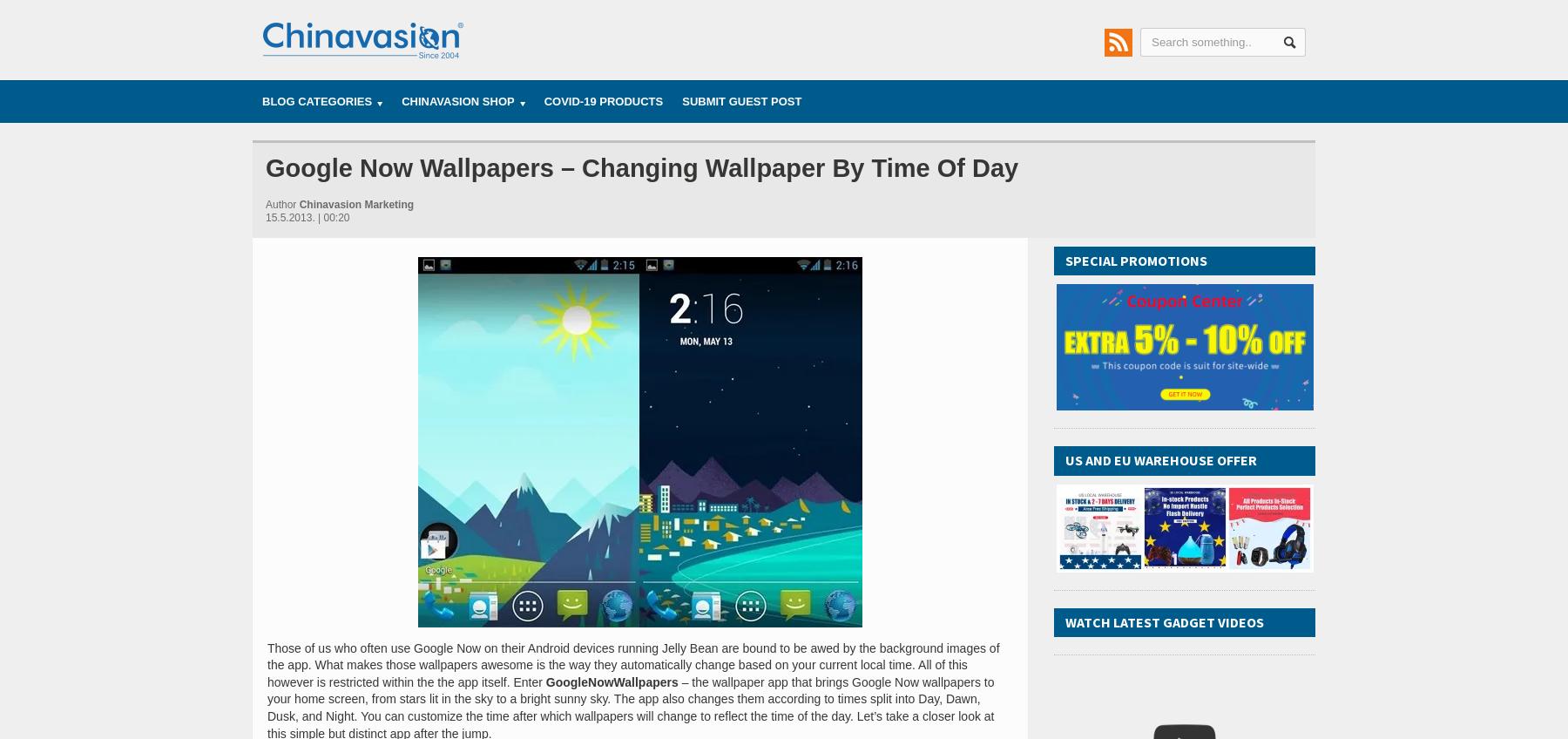 This screenshot has width=1568, height=739. What do you see at coordinates (299, 202) in the screenshot?
I see `'Chinavasion Marketing'` at bounding box center [299, 202].